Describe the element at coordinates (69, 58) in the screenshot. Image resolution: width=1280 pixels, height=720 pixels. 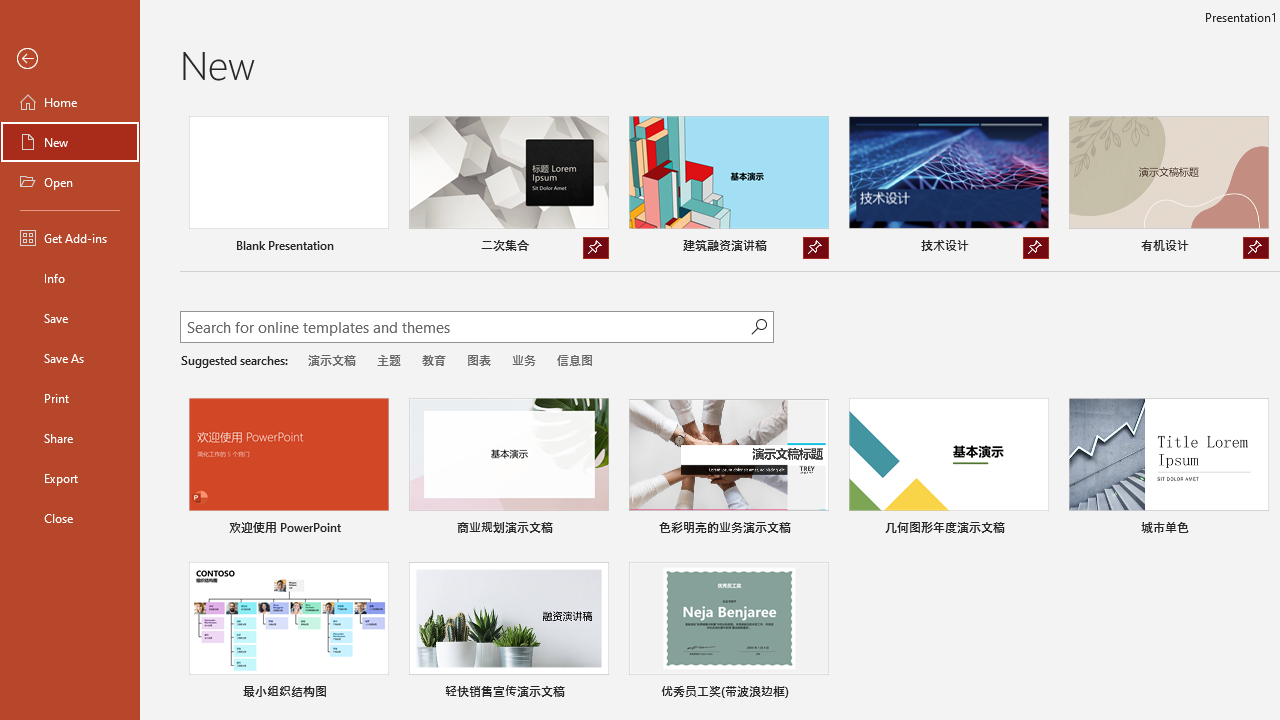
I see `'Back'` at that location.